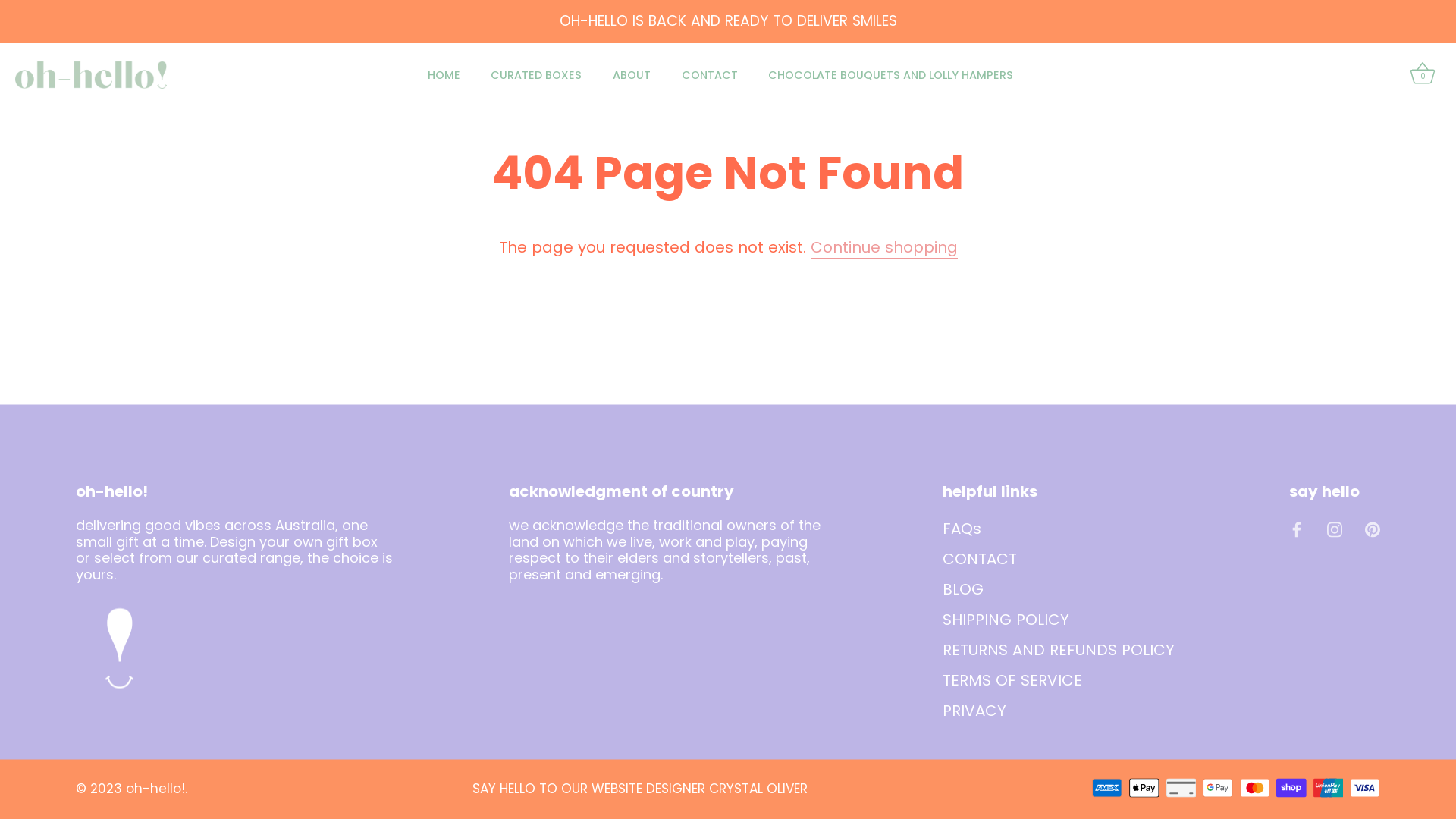 This screenshot has height=819, width=1456. What do you see at coordinates (942, 619) in the screenshot?
I see `'SHIPPING POLICY'` at bounding box center [942, 619].